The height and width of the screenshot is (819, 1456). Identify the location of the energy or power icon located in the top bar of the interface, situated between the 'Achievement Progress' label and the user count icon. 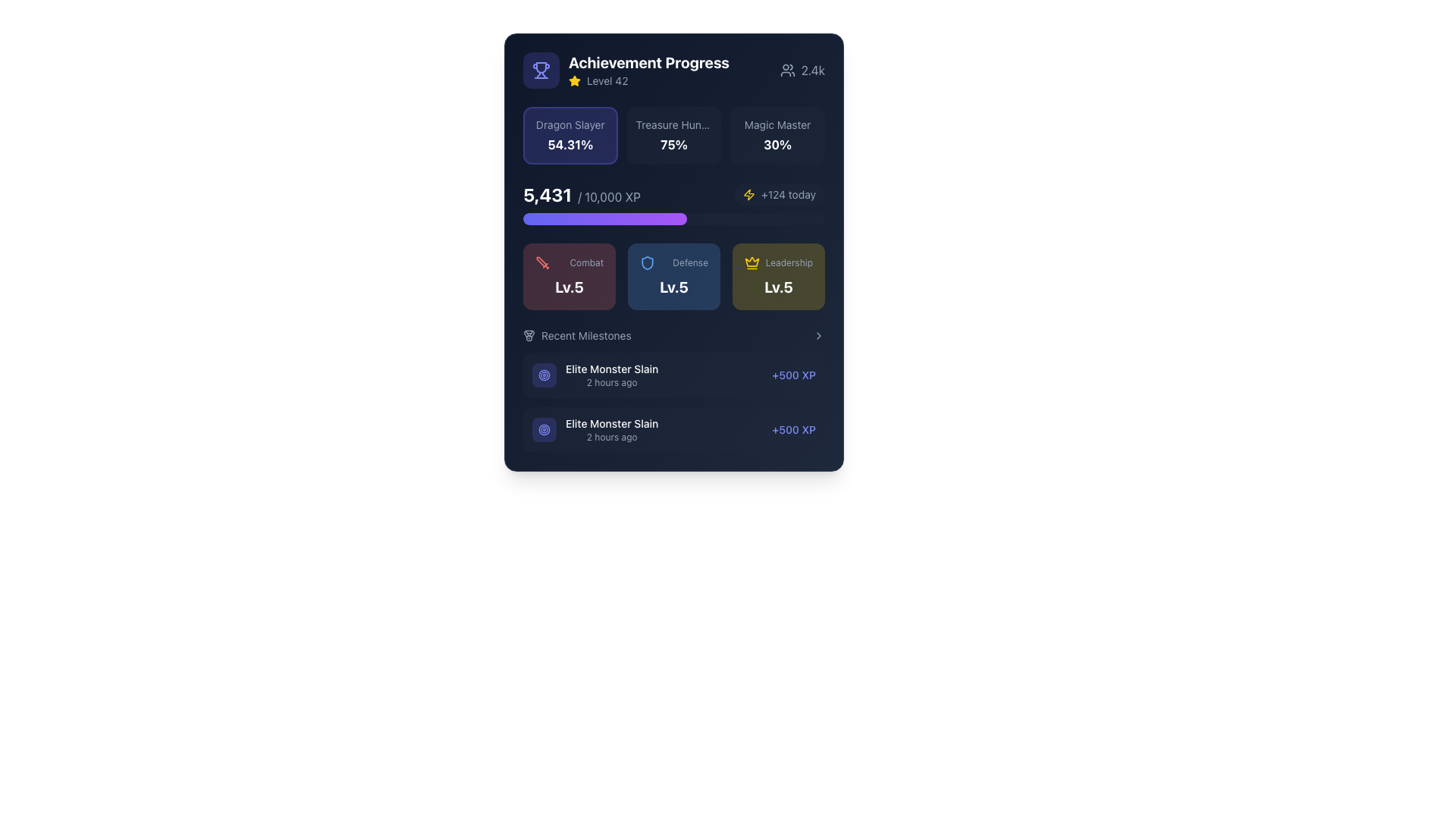
(749, 194).